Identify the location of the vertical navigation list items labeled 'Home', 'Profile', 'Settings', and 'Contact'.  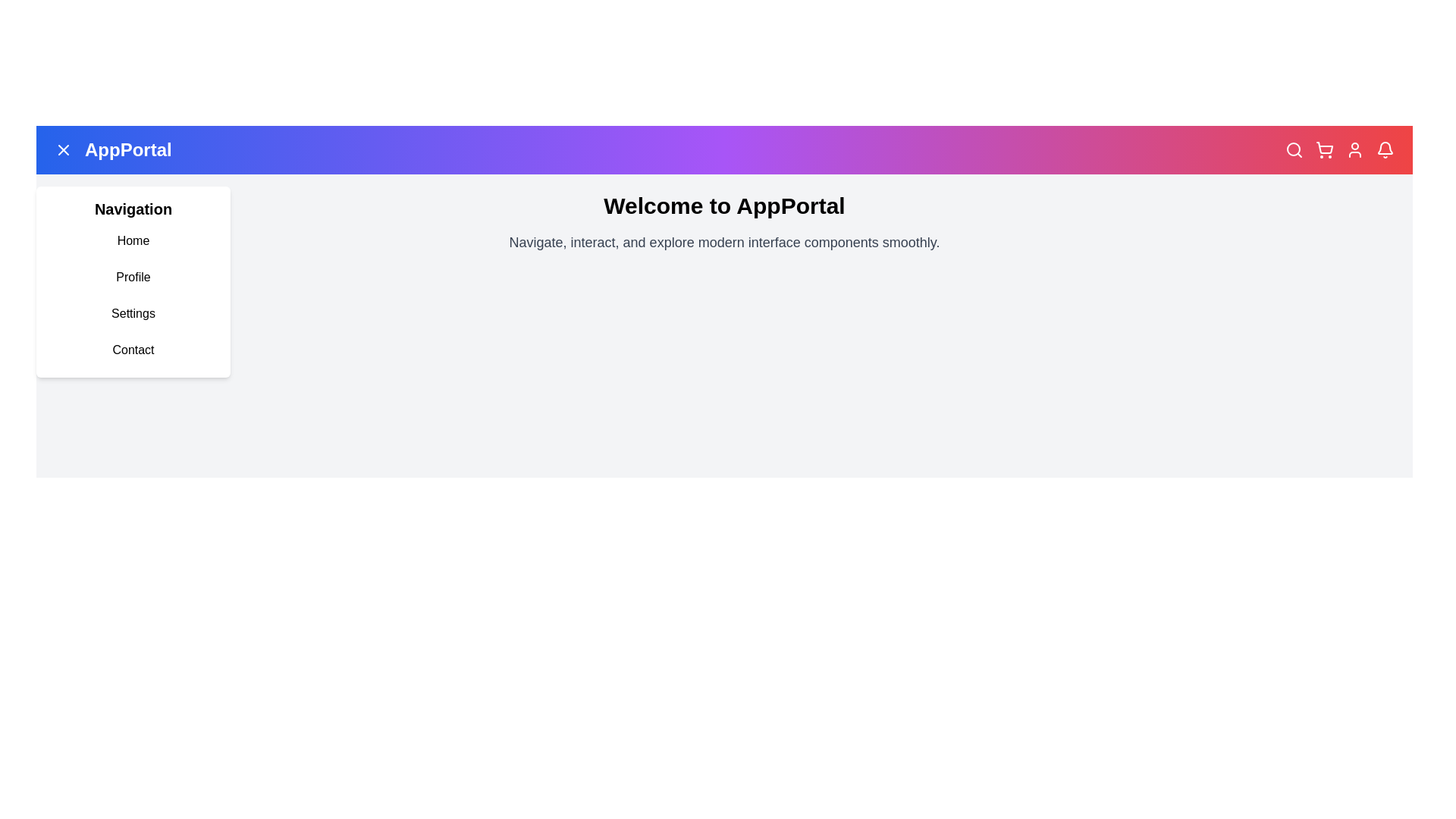
(133, 295).